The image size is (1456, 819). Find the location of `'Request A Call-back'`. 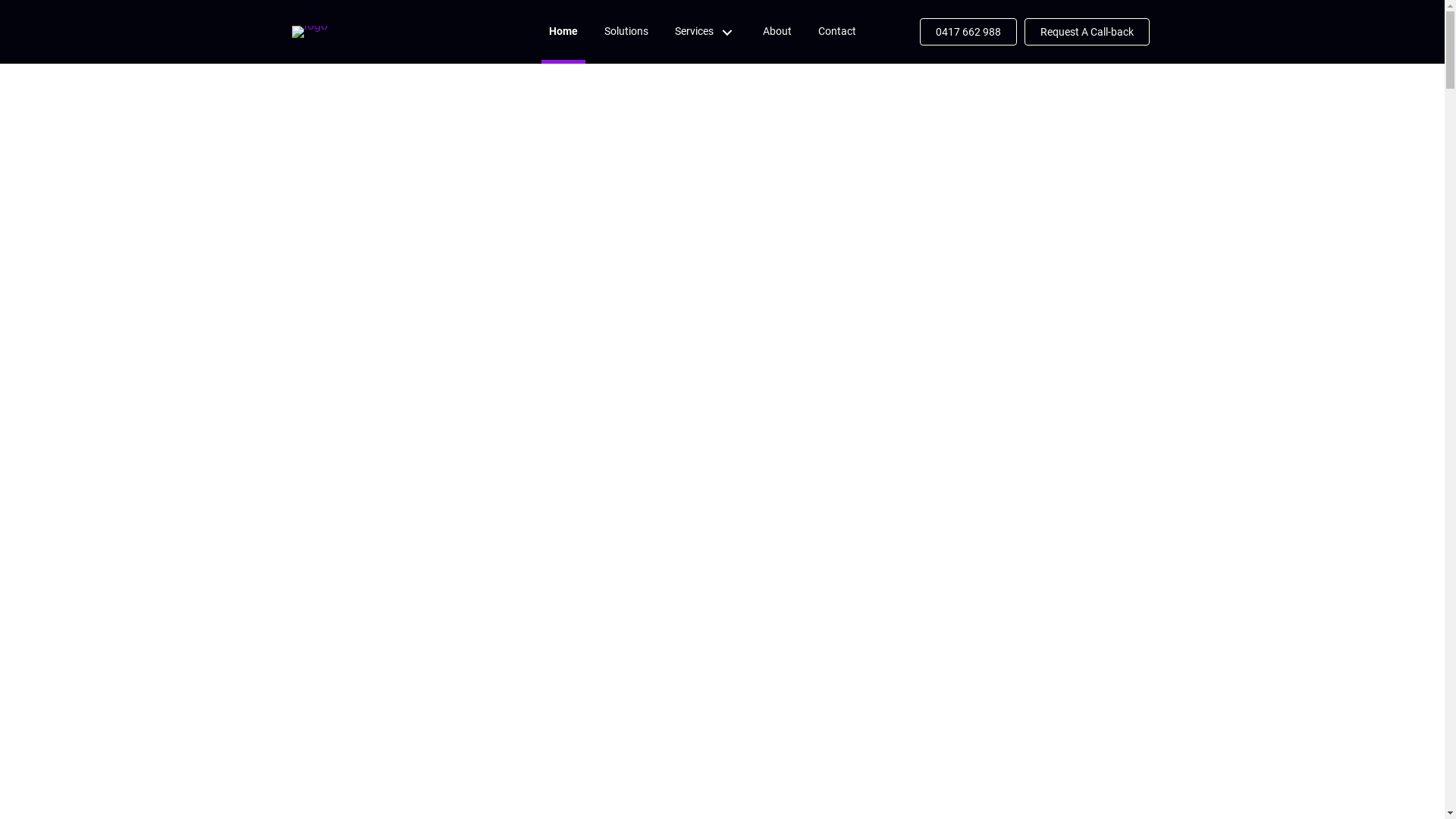

'Request A Call-back' is located at coordinates (1023, 32).